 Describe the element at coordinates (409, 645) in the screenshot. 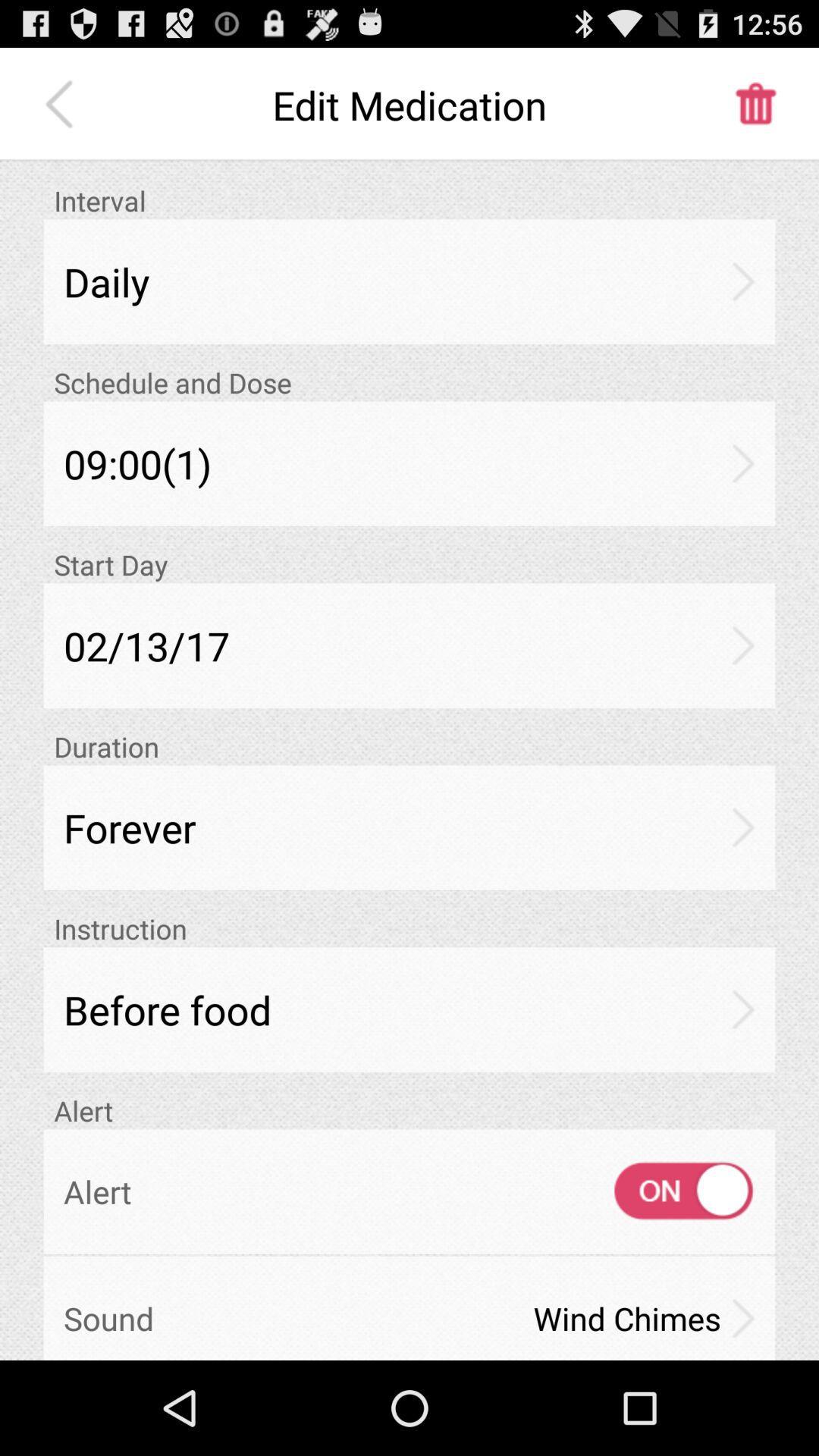

I see `the icon below start day icon` at that location.